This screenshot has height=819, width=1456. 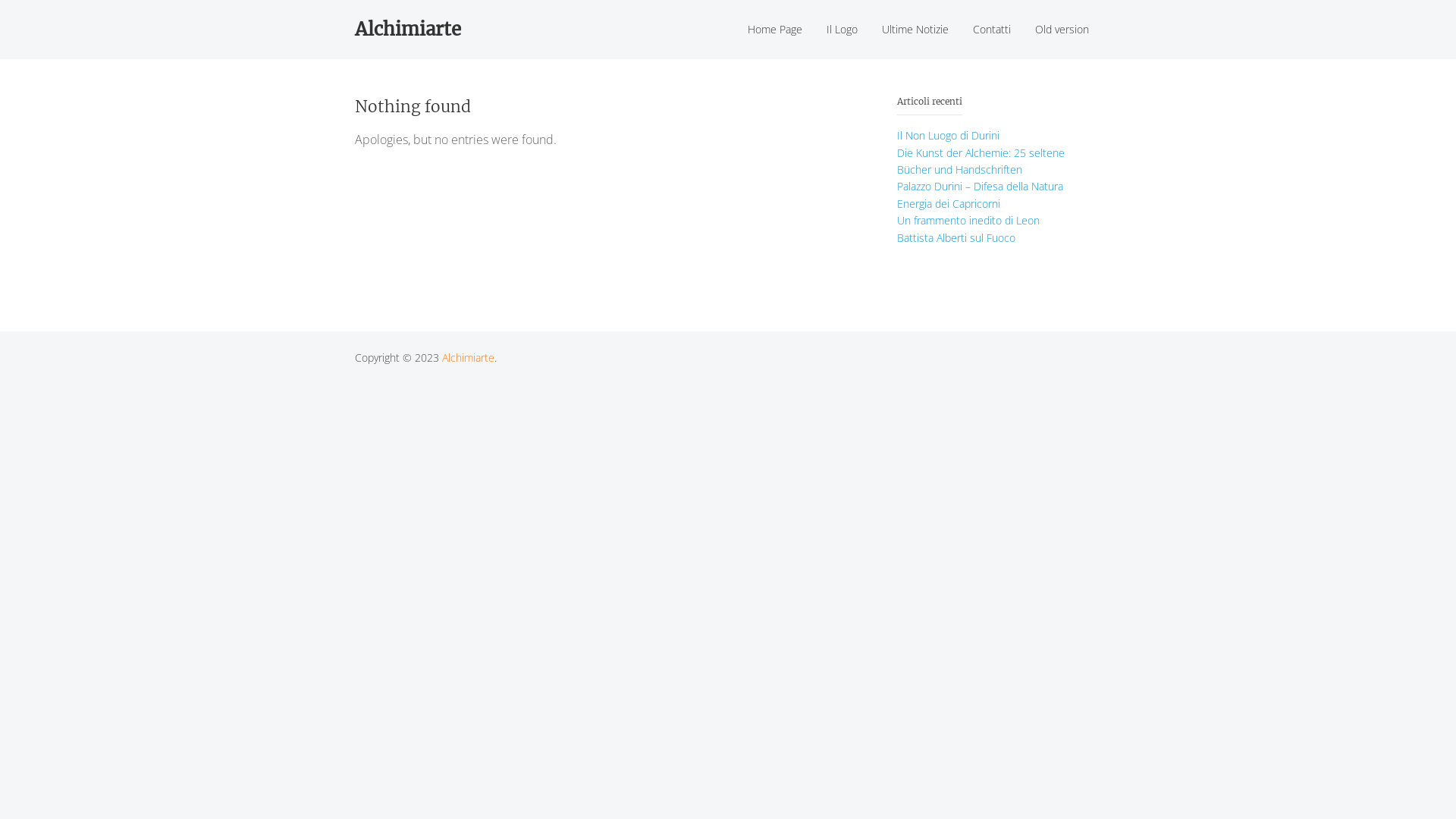 I want to click on 'Il Non Luogo di Durini', so click(x=947, y=134).